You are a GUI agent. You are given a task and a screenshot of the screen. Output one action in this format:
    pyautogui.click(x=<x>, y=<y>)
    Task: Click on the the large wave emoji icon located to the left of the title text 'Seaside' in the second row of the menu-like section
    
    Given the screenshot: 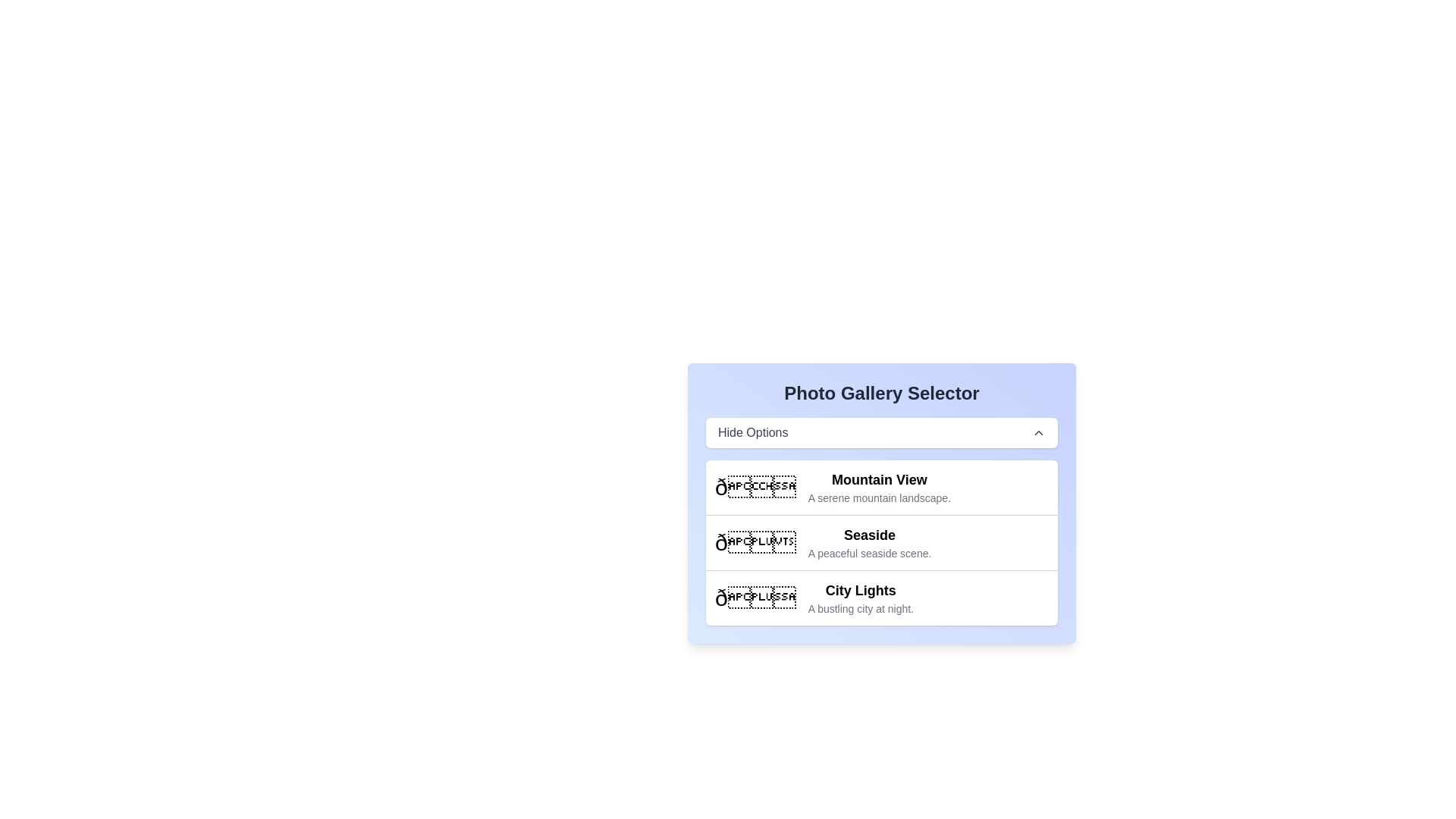 What is the action you would take?
    pyautogui.click(x=755, y=542)
    